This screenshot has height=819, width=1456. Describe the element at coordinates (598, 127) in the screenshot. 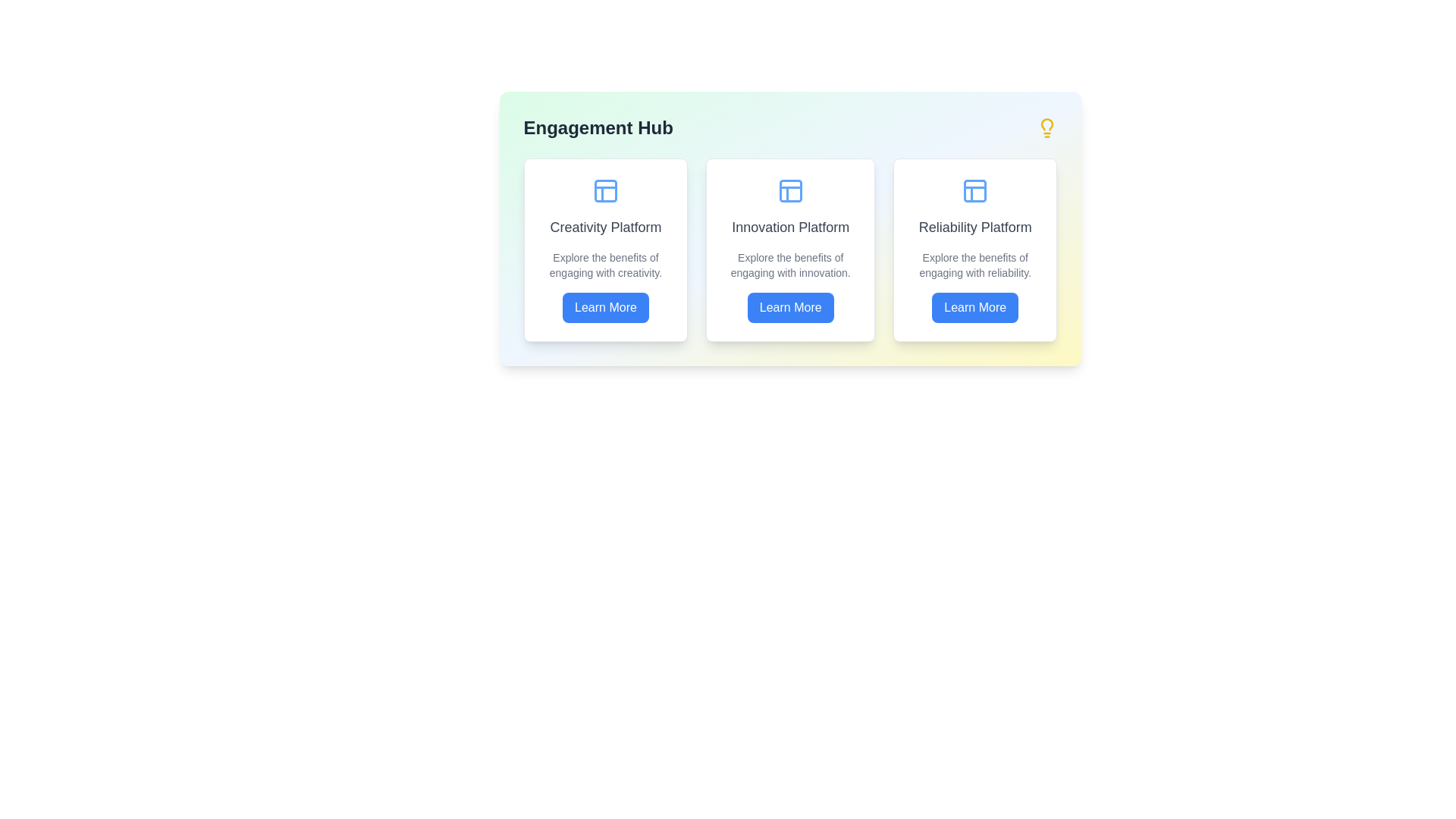

I see `section title text 'Engagement Hub' which is a bold, sans-serif styled heading in dark gray, located at the top-left corner of the card group` at that location.